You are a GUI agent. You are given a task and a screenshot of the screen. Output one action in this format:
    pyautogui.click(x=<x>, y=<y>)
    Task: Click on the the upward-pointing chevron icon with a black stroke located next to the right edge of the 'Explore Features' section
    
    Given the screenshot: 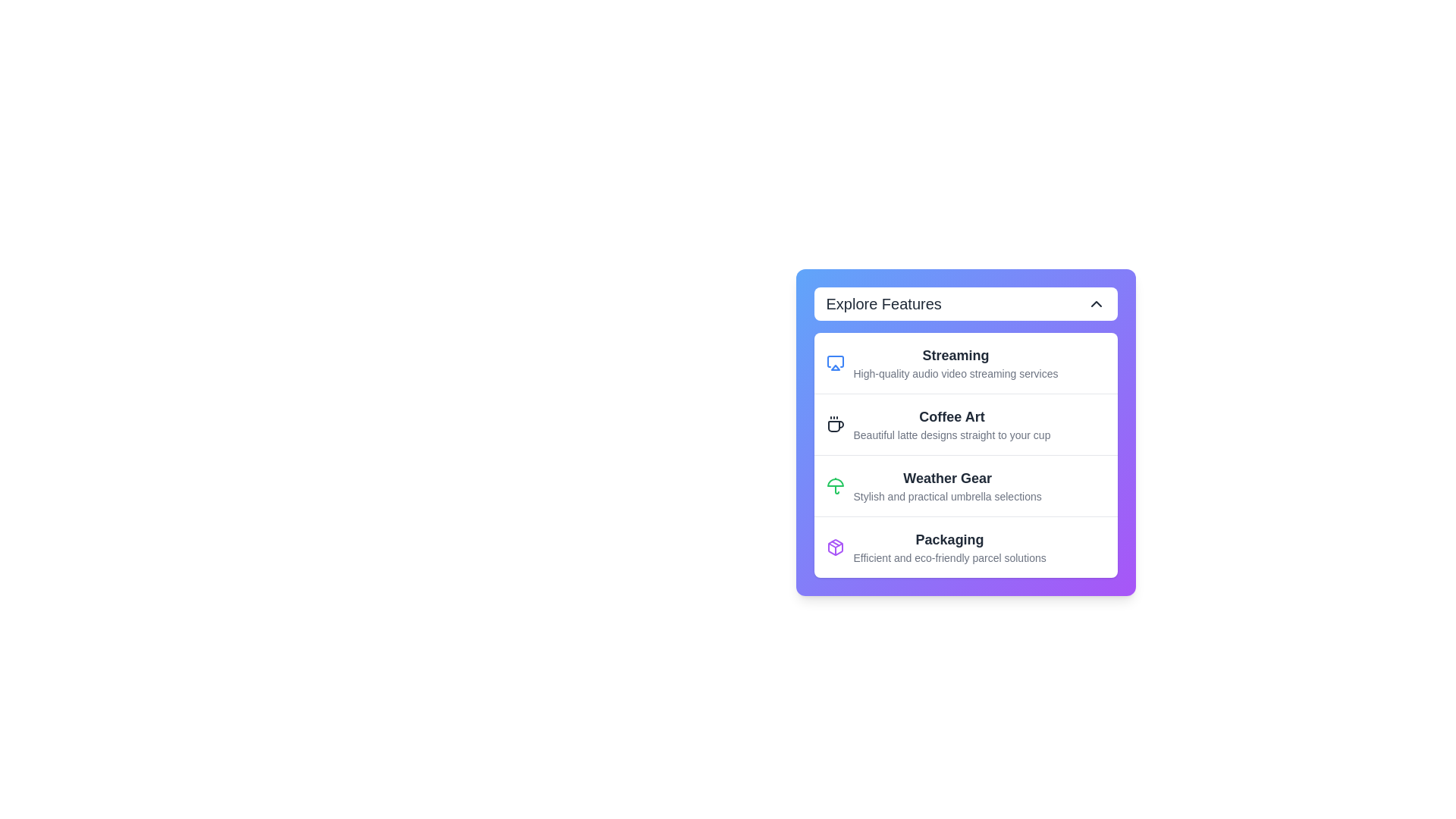 What is the action you would take?
    pyautogui.click(x=1096, y=304)
    